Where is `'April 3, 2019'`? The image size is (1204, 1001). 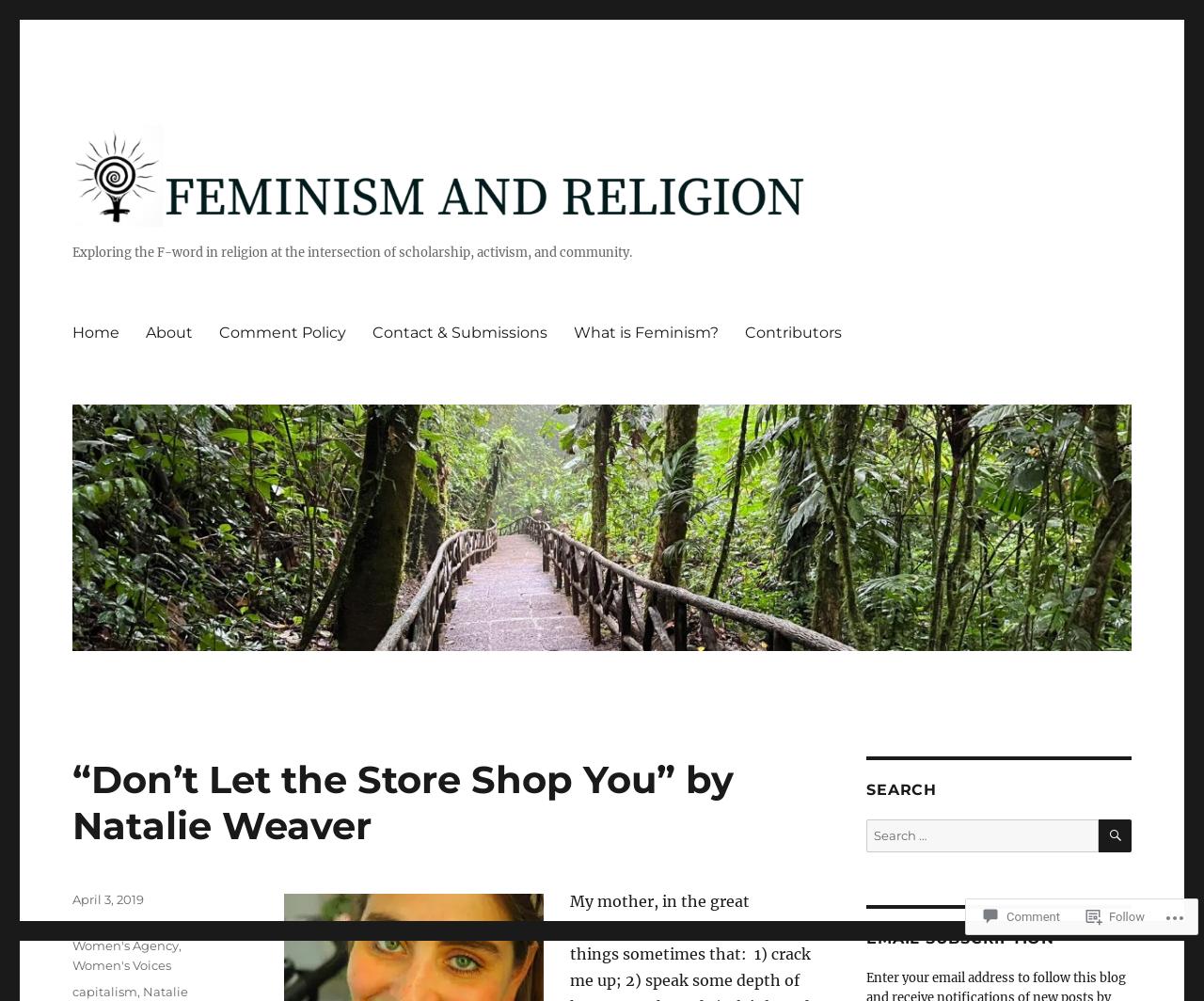
'April 3, 2019' is located at coordinates (106, 899).